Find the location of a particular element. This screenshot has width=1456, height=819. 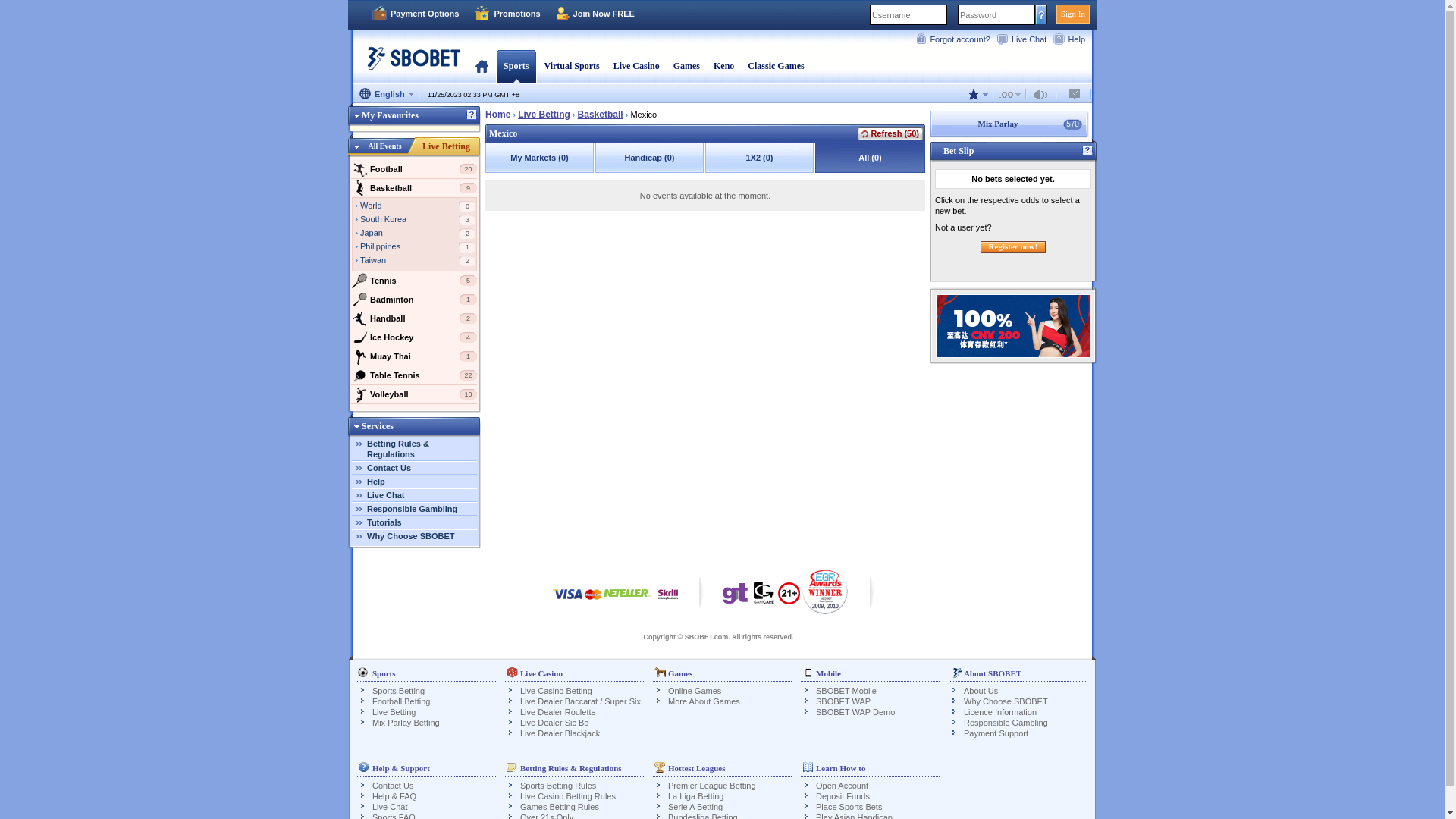

'Payment Support' is located at coordinates (963, 733).